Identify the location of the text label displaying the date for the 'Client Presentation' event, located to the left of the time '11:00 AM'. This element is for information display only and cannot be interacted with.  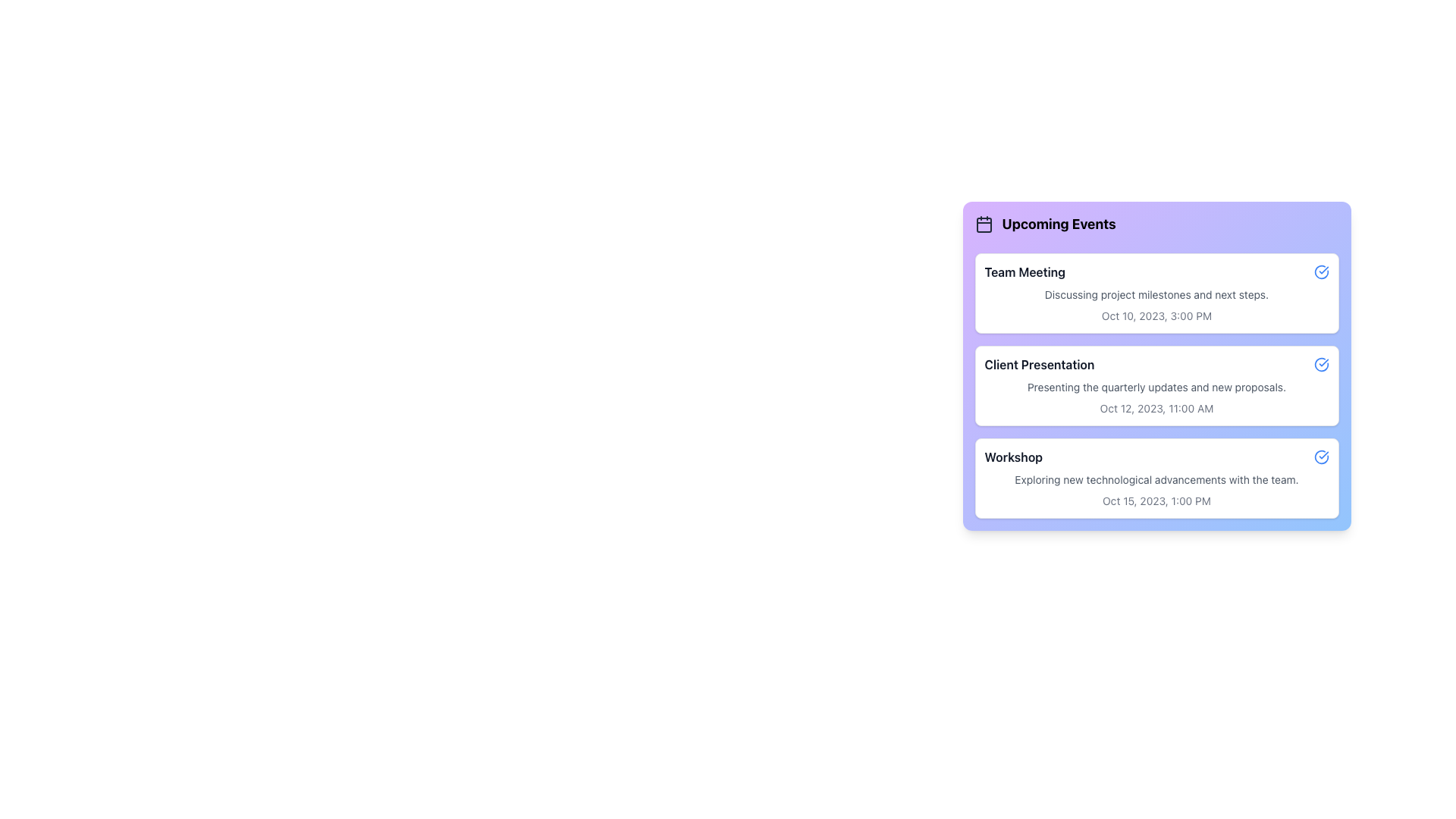
(1131, 406).